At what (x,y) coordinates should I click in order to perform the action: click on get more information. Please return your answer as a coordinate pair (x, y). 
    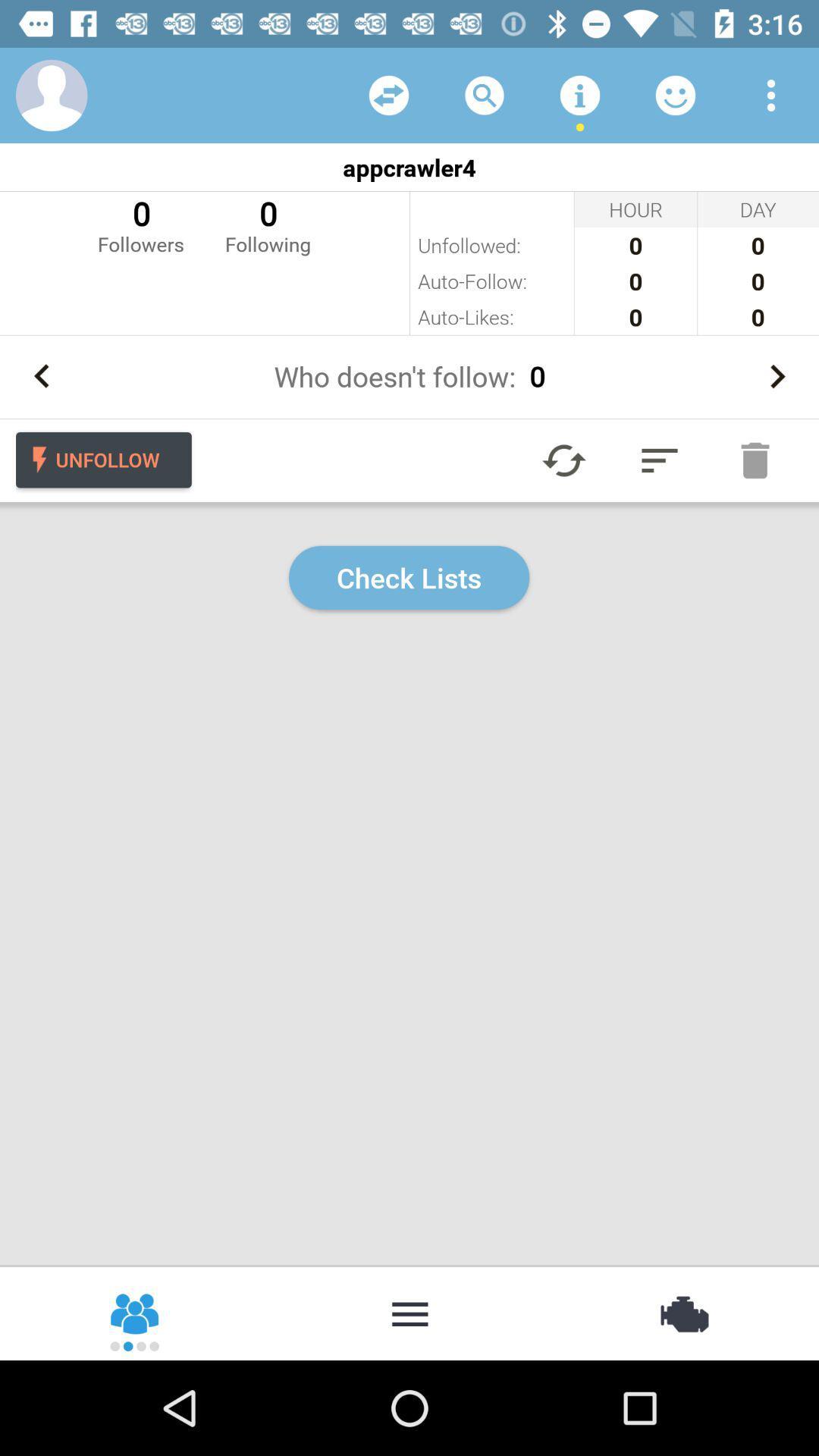
    Looking at the image, I should click on (579, 94).